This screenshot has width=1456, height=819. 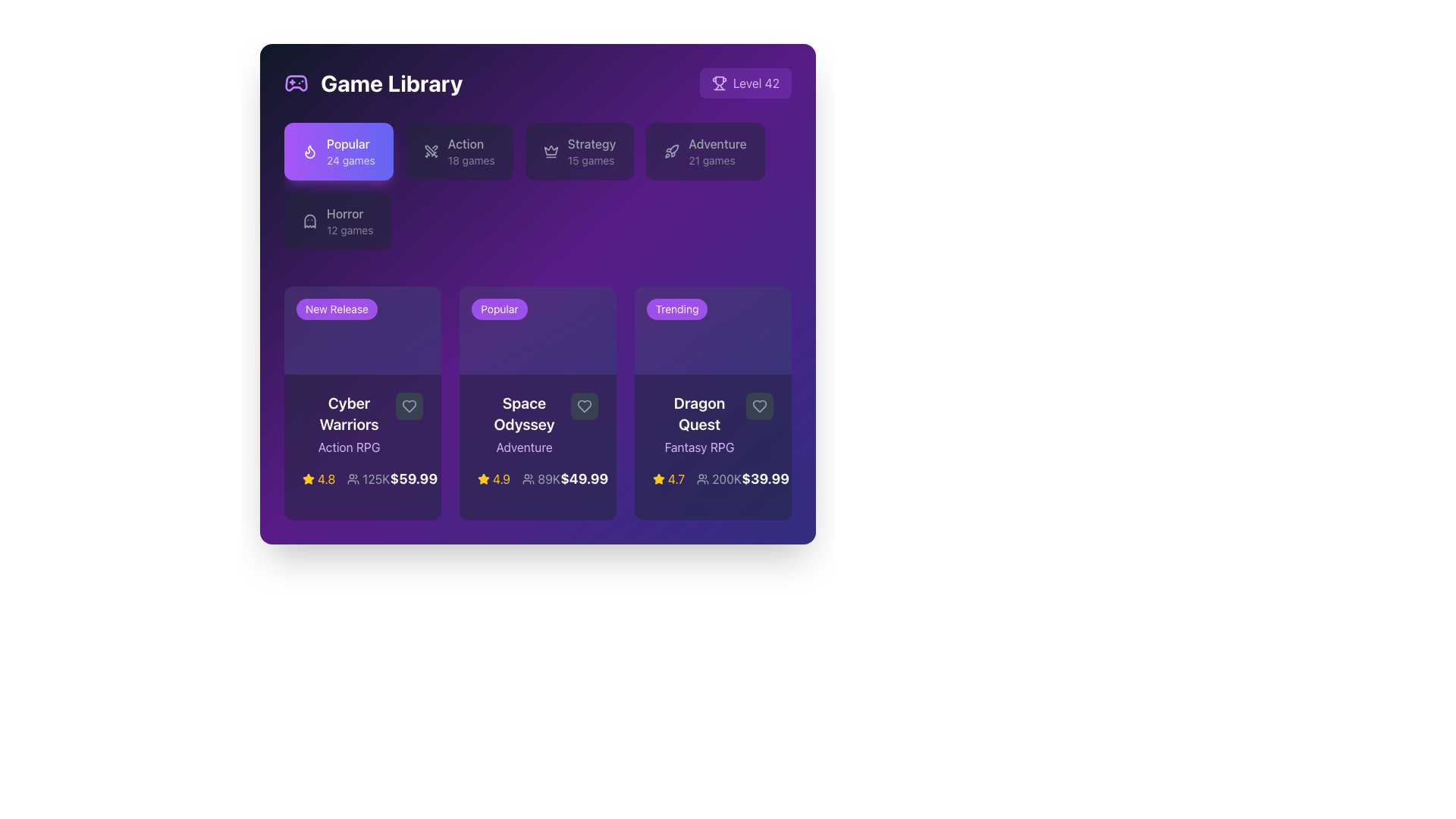 I want to click on the first button in the horizontal list of category buttons to filter for popular games, so click(x=337, y=152).